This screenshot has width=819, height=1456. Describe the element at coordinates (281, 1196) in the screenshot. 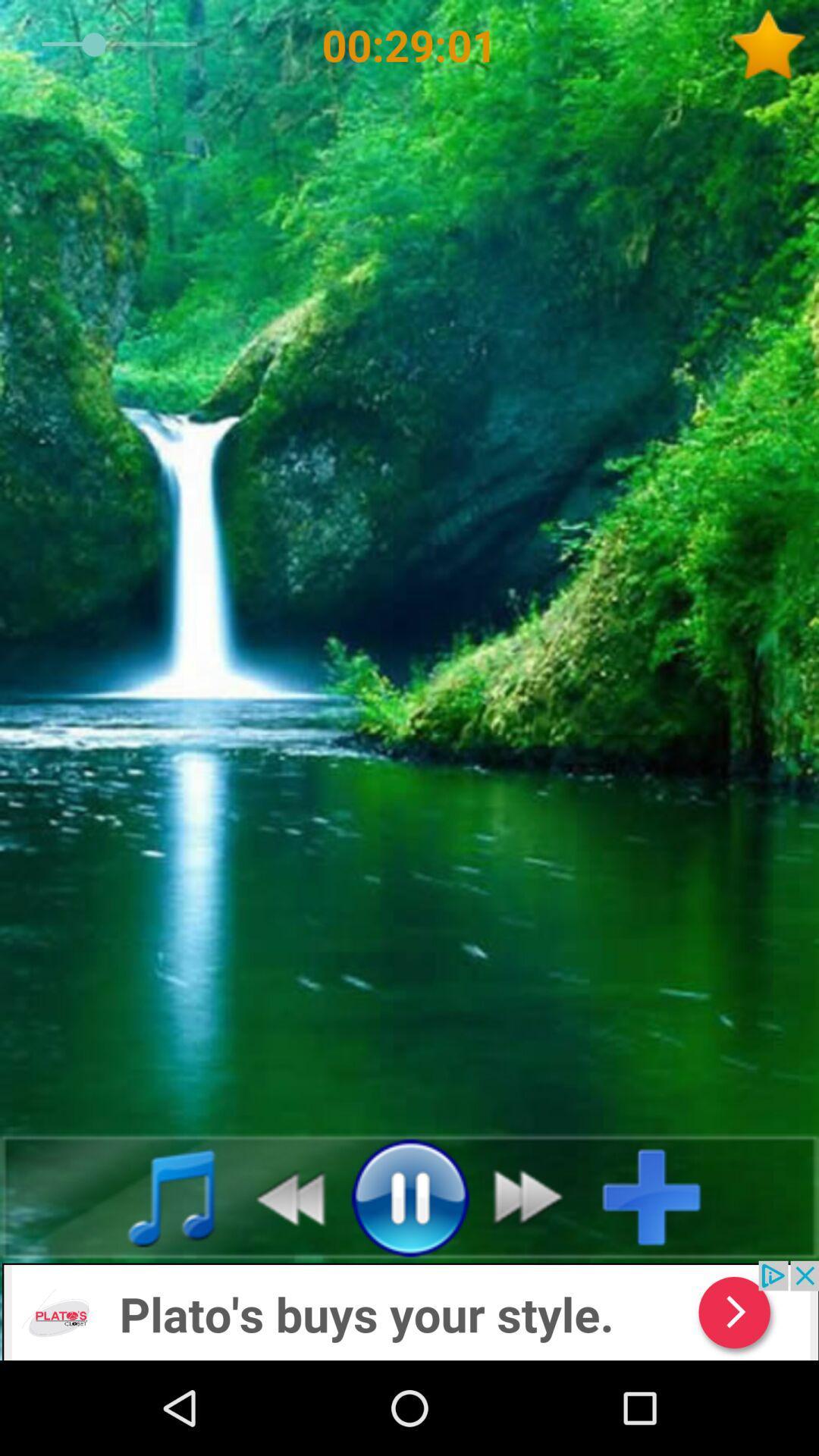

I see `rewind` at that location.